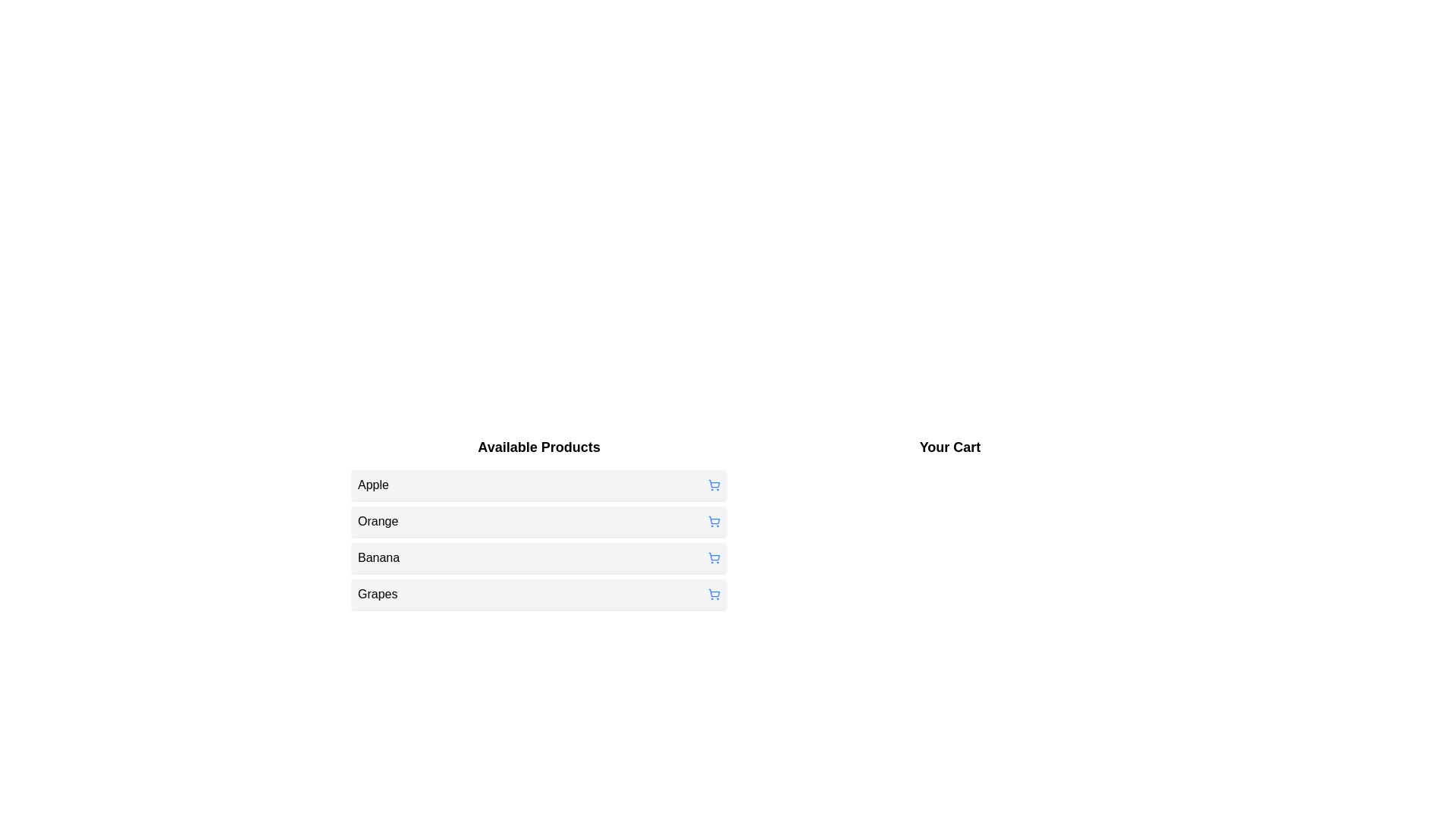 This screenshot has height=819, width=1456. Describe the element at coordinates (713, 520) in the screenshot. I see `the shopping cart icon next to the product Orange to add it to the cart` at that location.